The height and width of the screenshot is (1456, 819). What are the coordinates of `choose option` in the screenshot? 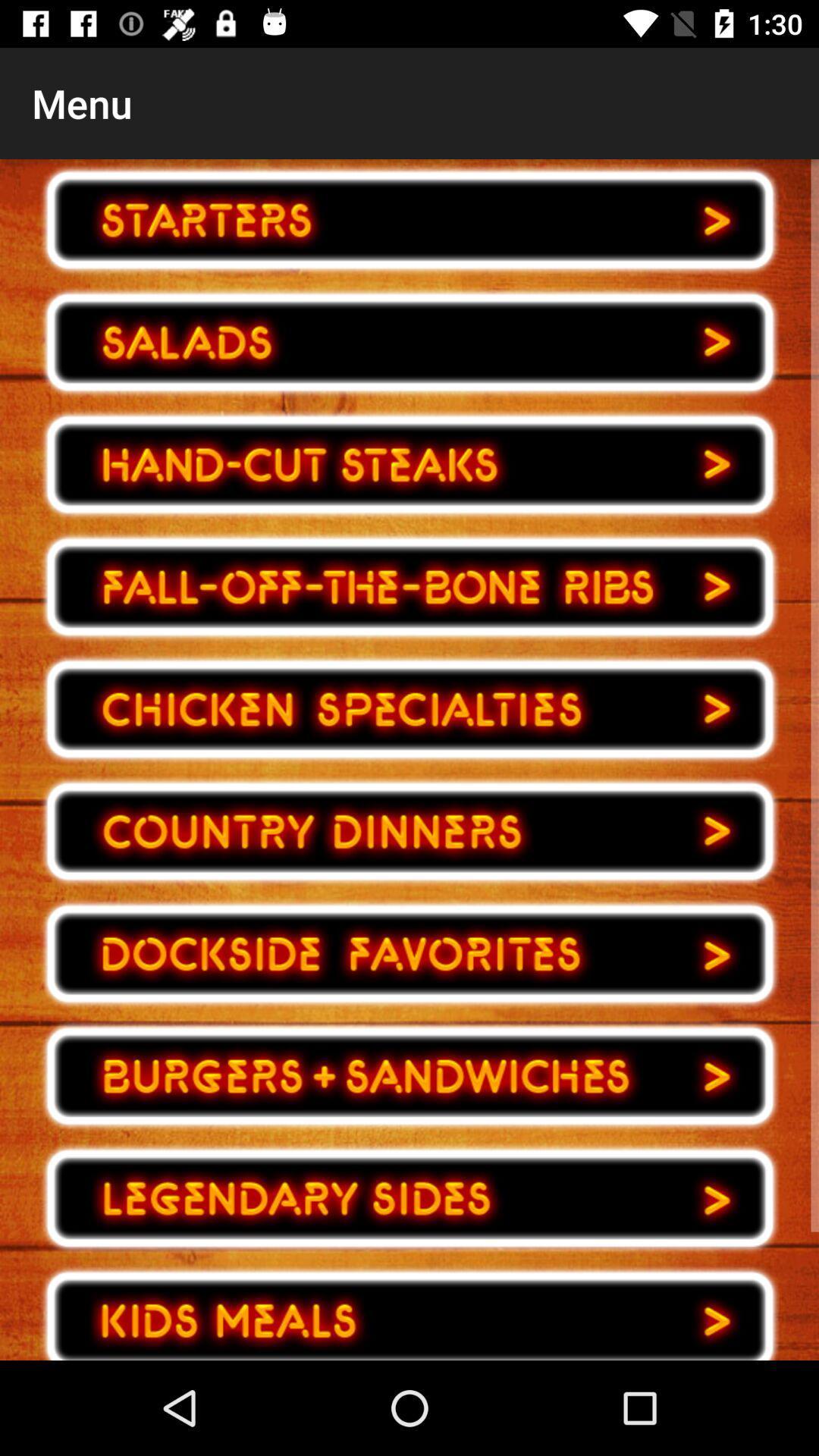 It's located at (409, 953).